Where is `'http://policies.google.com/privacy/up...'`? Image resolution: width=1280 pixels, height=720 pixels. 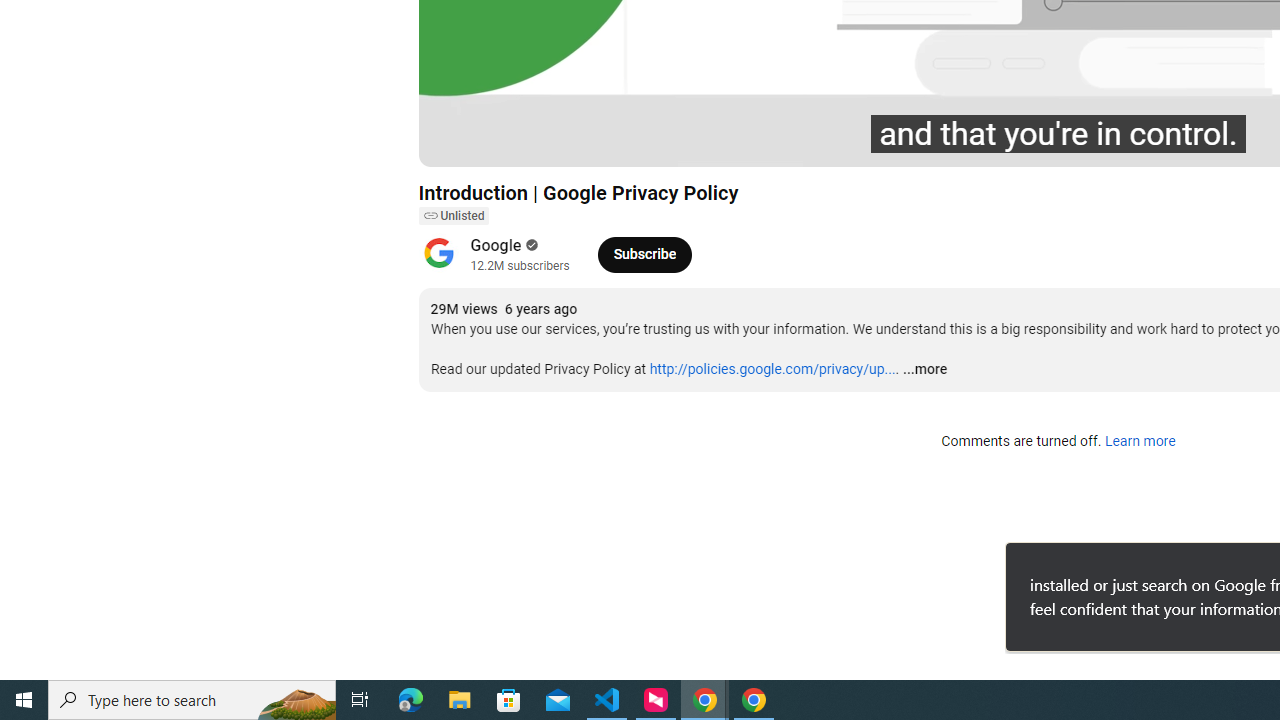
'http://policies.google.com/privacy/up...' is located at coordinates (771, 369).